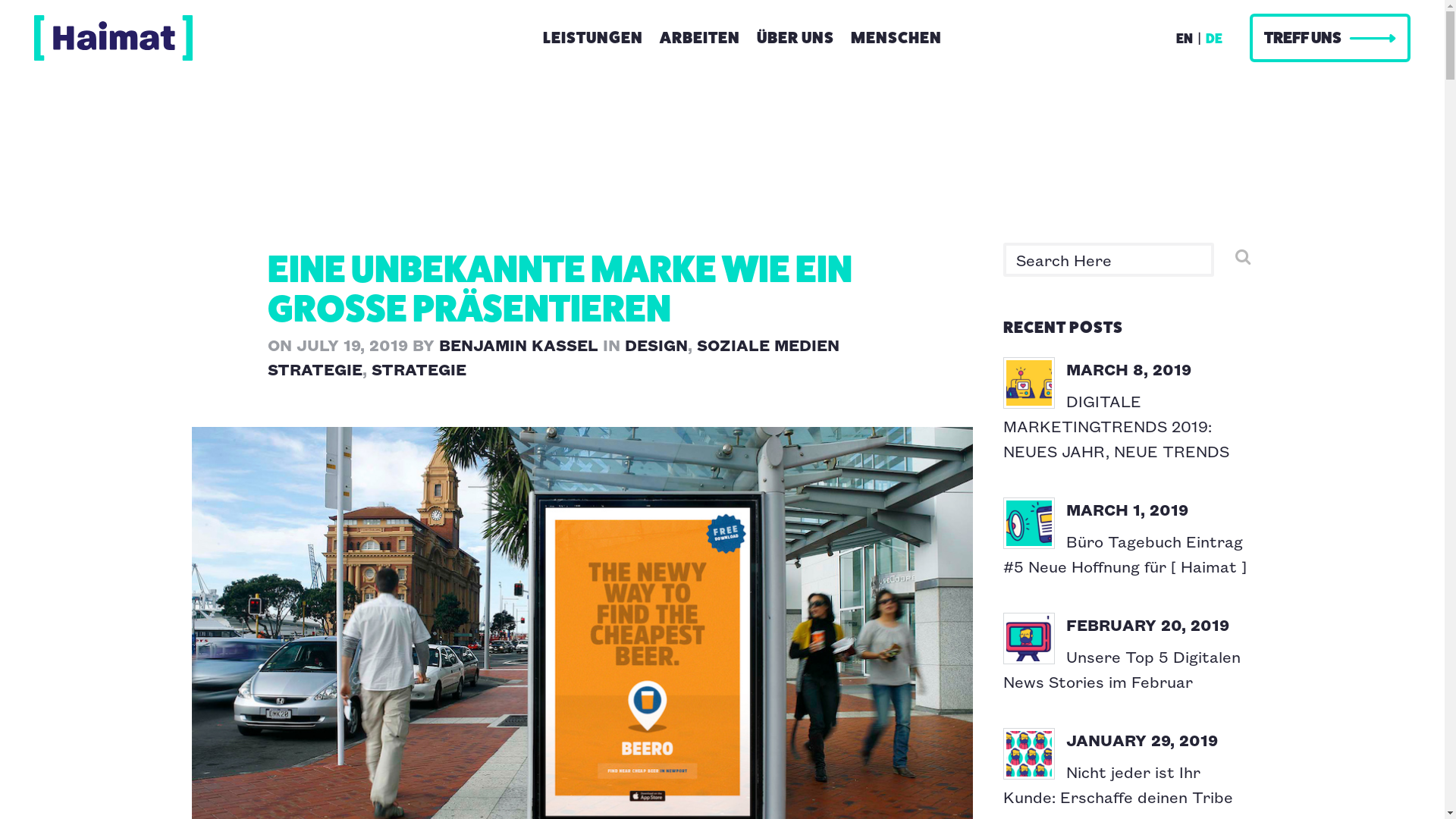  Describe the element at coordinates (1117, 783) in the screenshot. I see `'Nicht jeder ist Ihr Kunde: Erschaffe deinen Tribe'` at that location.